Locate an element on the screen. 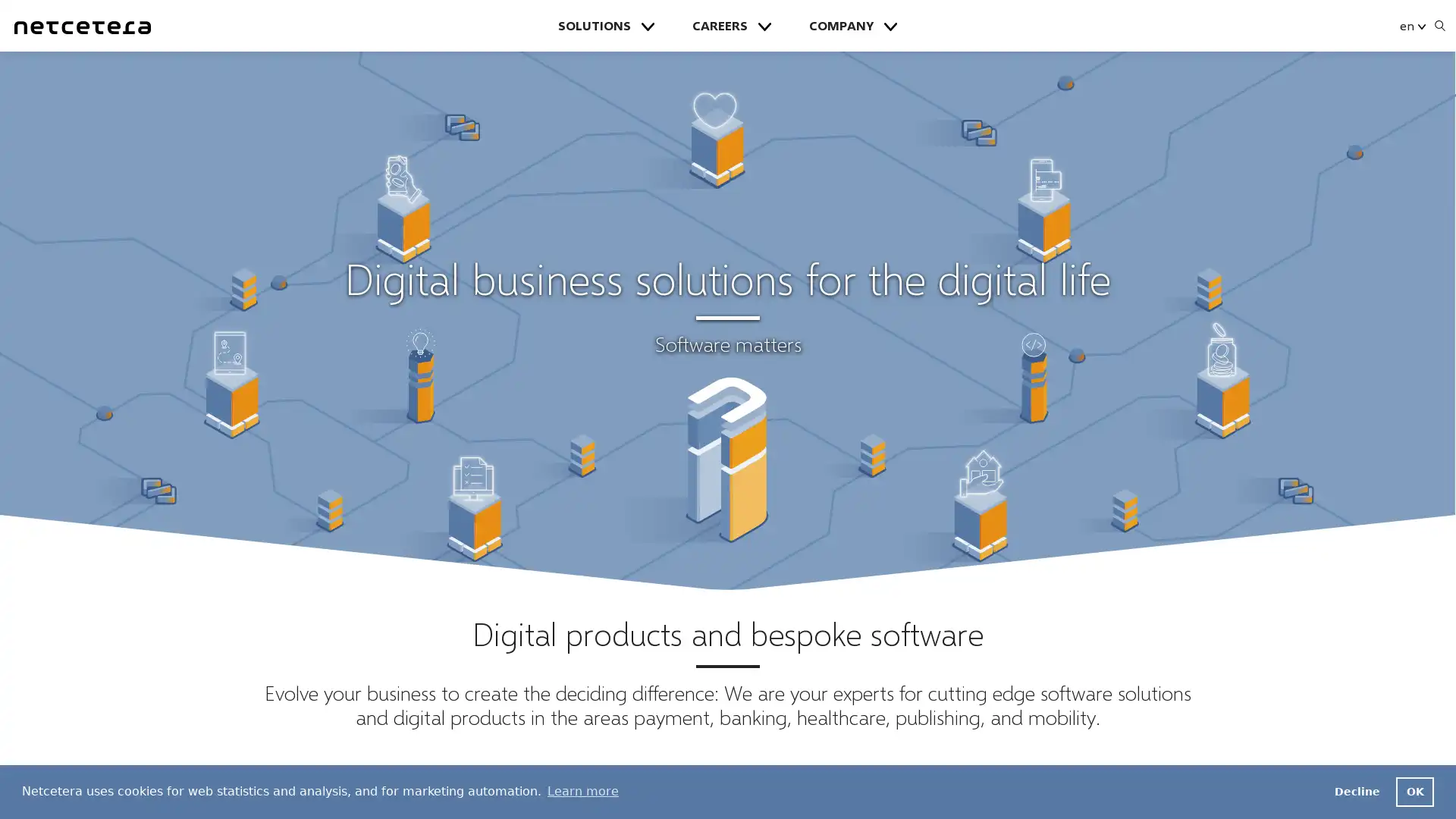  learn more about cookies is located at coordinates (582, 791).